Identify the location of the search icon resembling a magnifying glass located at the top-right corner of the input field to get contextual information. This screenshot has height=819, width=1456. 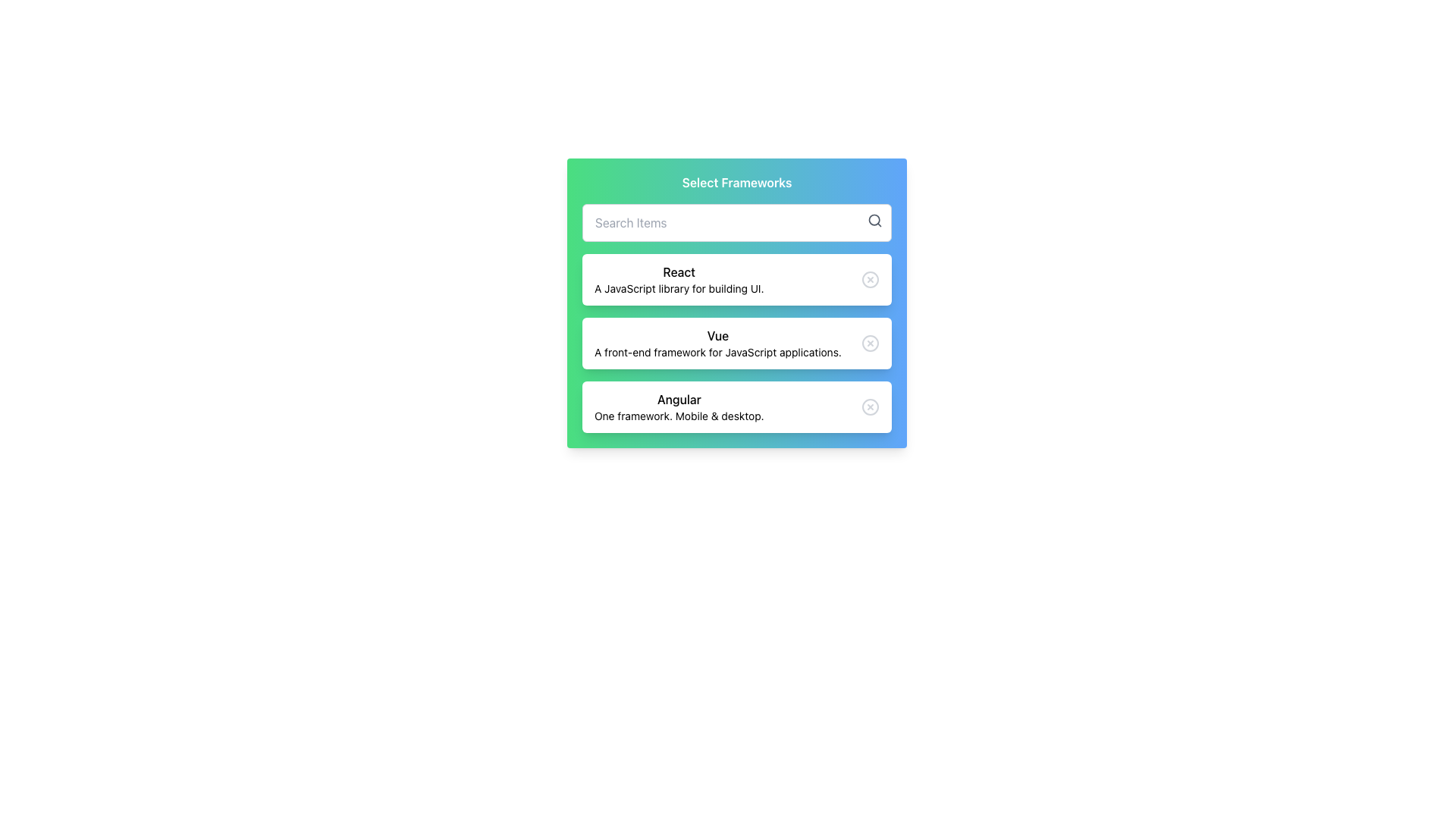
(874, 220).